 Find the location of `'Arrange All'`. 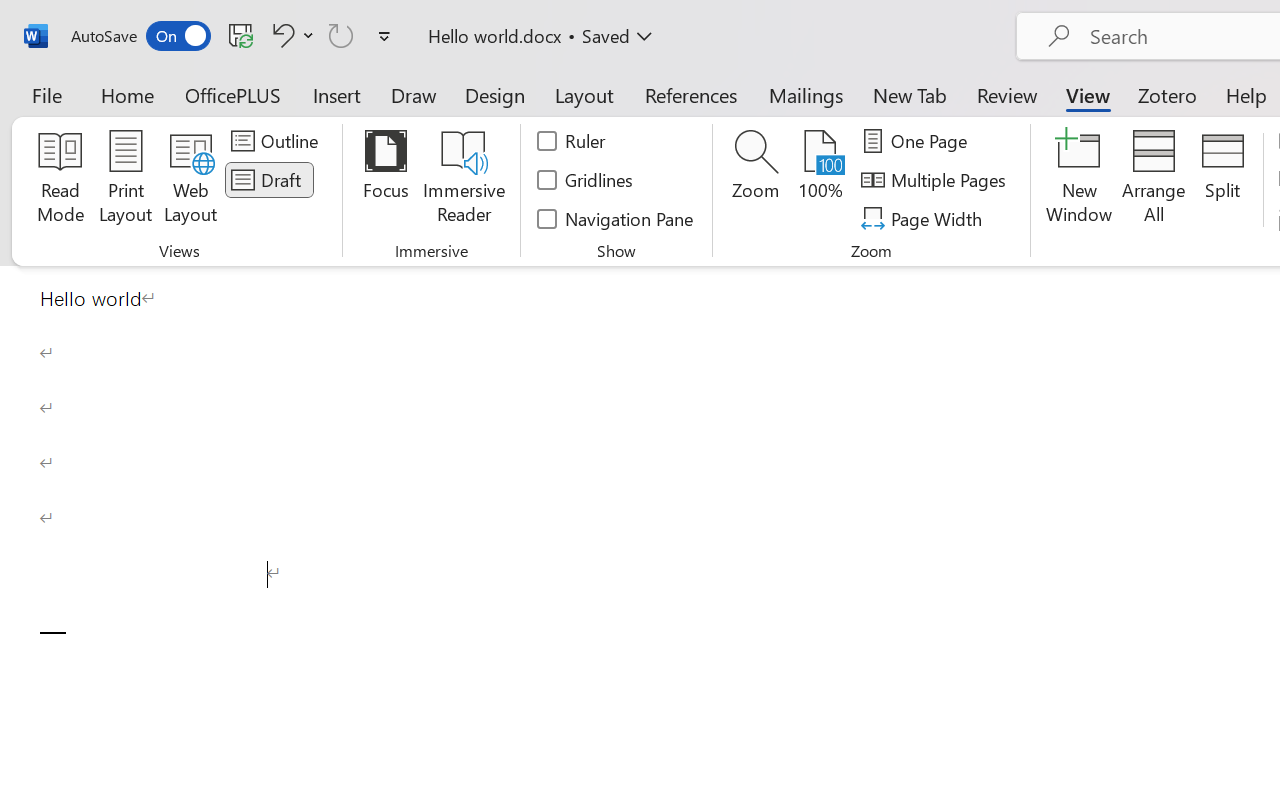

'Arrange All' is located at coordinates (1153, 179).